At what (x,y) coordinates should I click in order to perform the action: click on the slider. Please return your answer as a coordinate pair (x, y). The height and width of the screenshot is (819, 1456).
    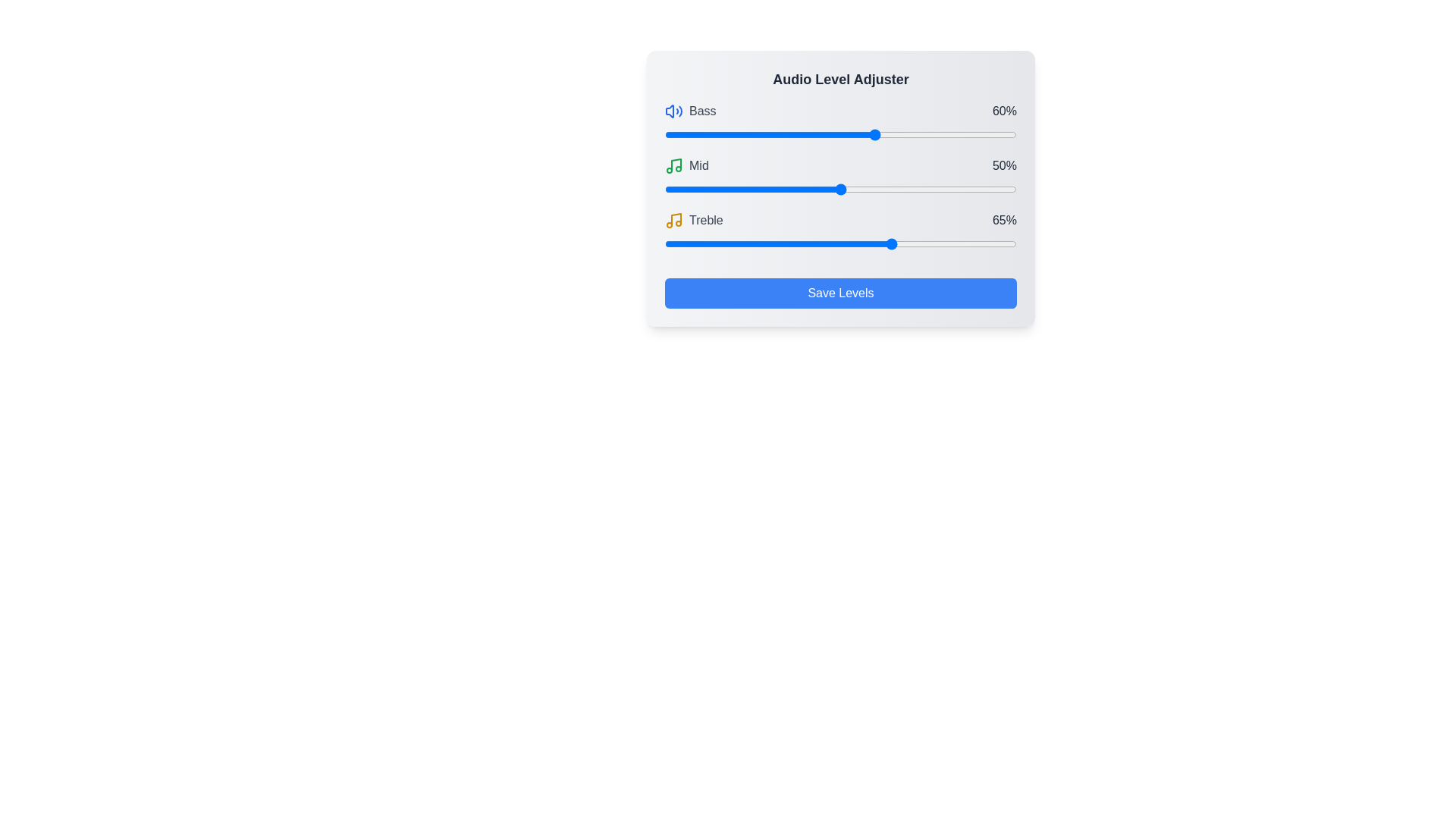
    Looking at the image, I should click on (839, 243).